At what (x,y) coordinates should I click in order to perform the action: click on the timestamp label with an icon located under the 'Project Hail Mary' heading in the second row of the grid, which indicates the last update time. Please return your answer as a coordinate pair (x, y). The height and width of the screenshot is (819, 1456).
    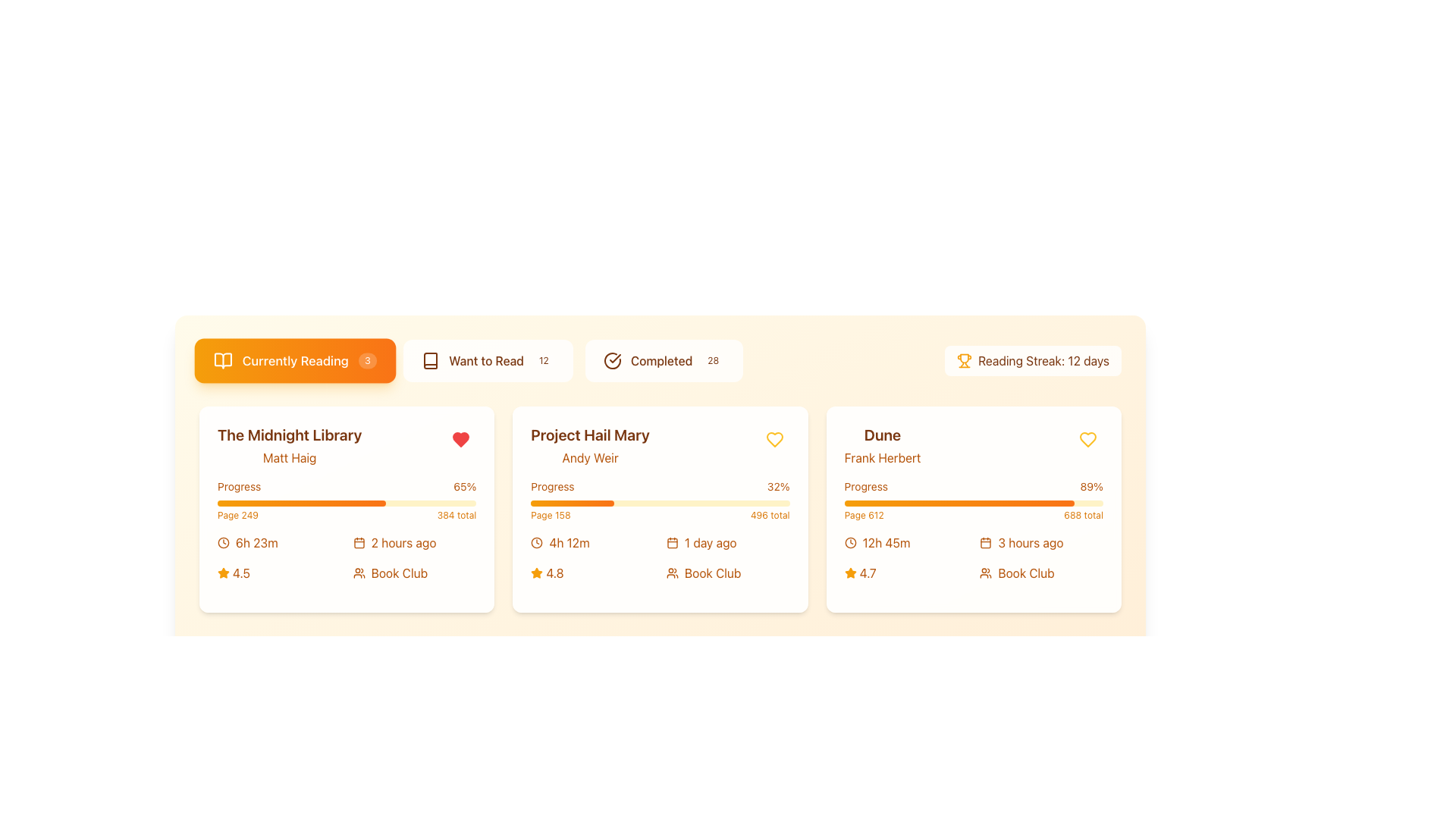
    Looking at the image, I should click on (728, 542).